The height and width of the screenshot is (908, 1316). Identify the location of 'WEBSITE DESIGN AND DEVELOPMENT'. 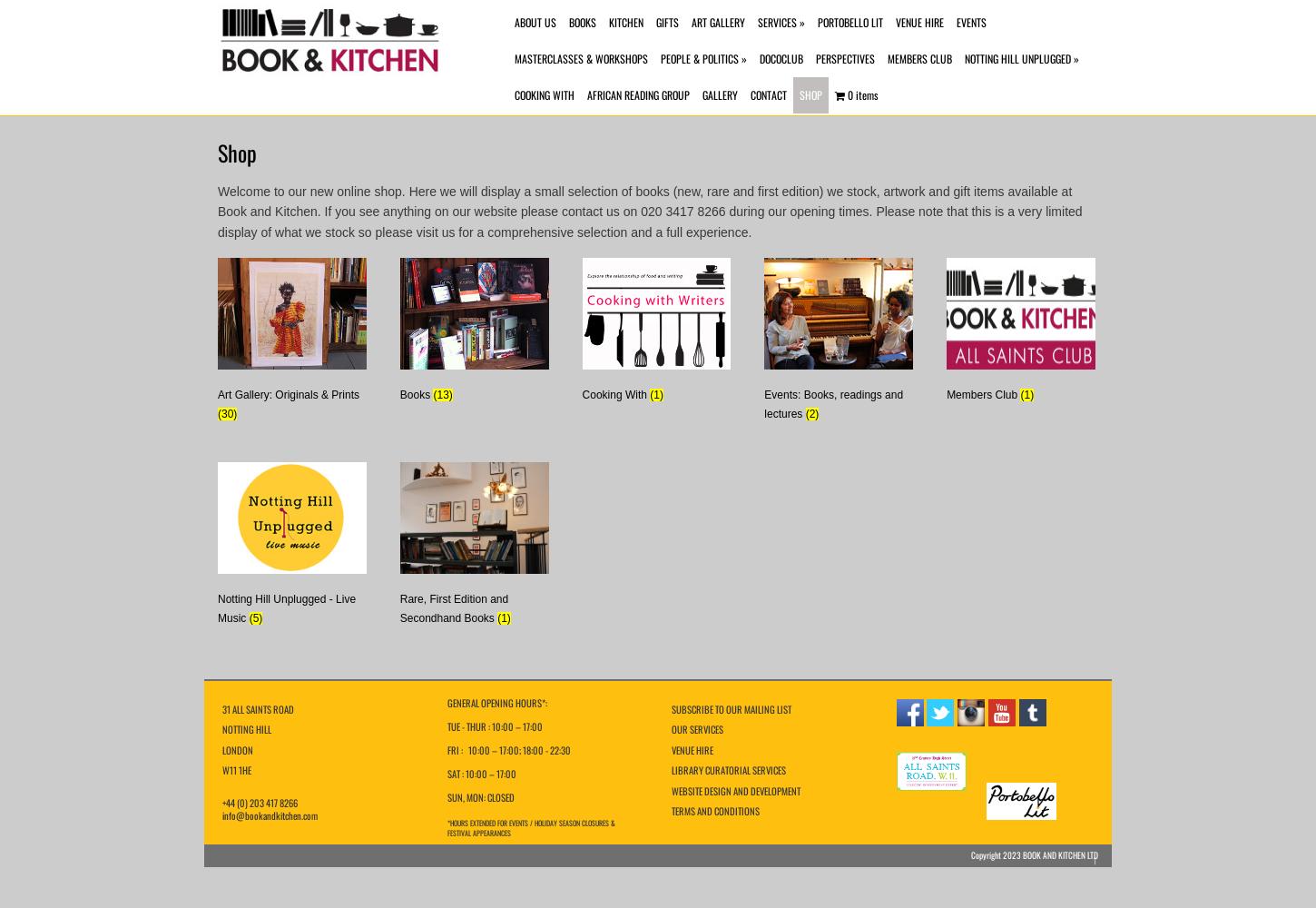
(735, 789).